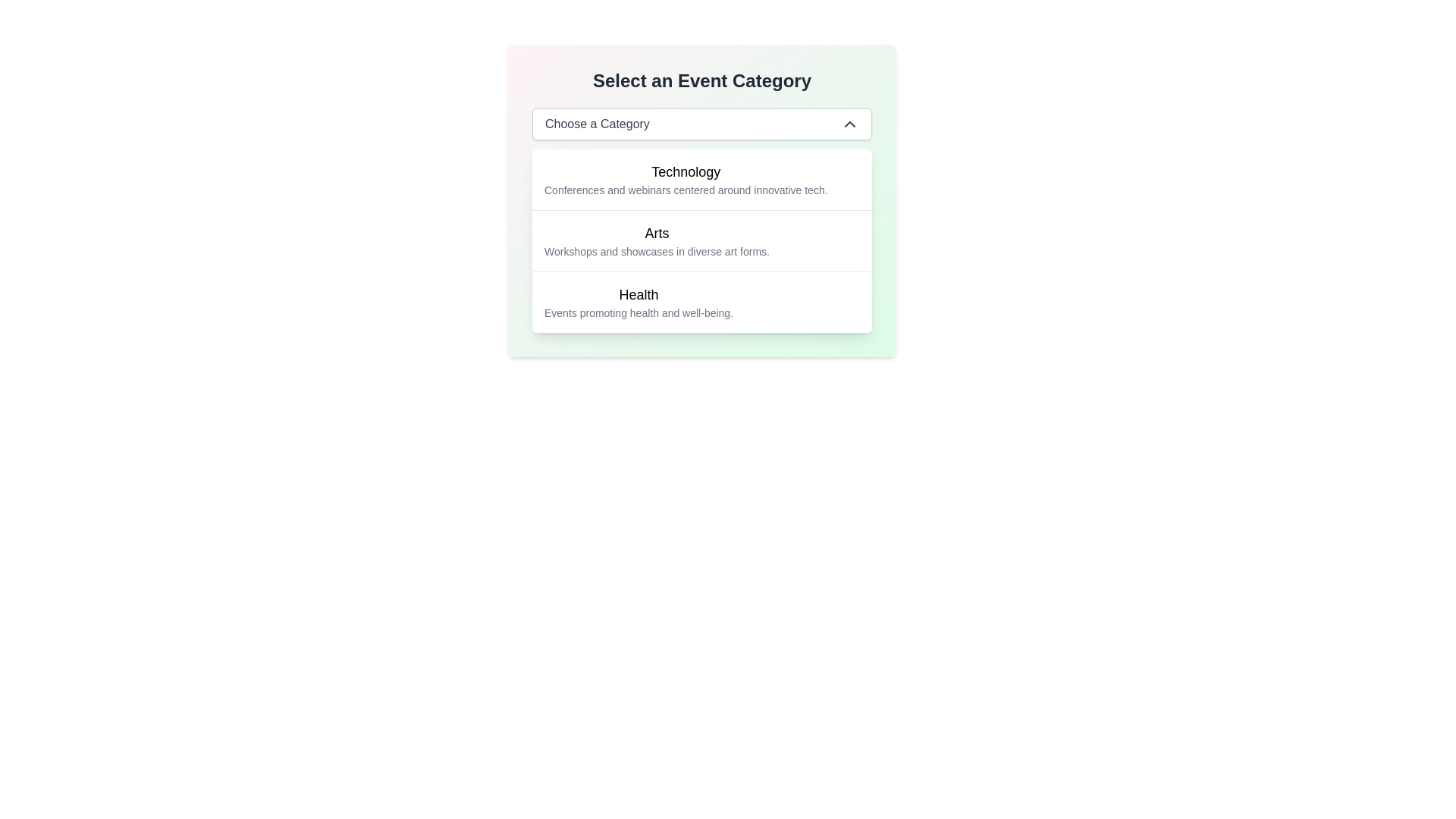 The width and height of the screenshot is (1456, 819). I want to click on the 'Health' category label in the event selection interface, which is centrally located above the description text about health events, so click(639, 295).